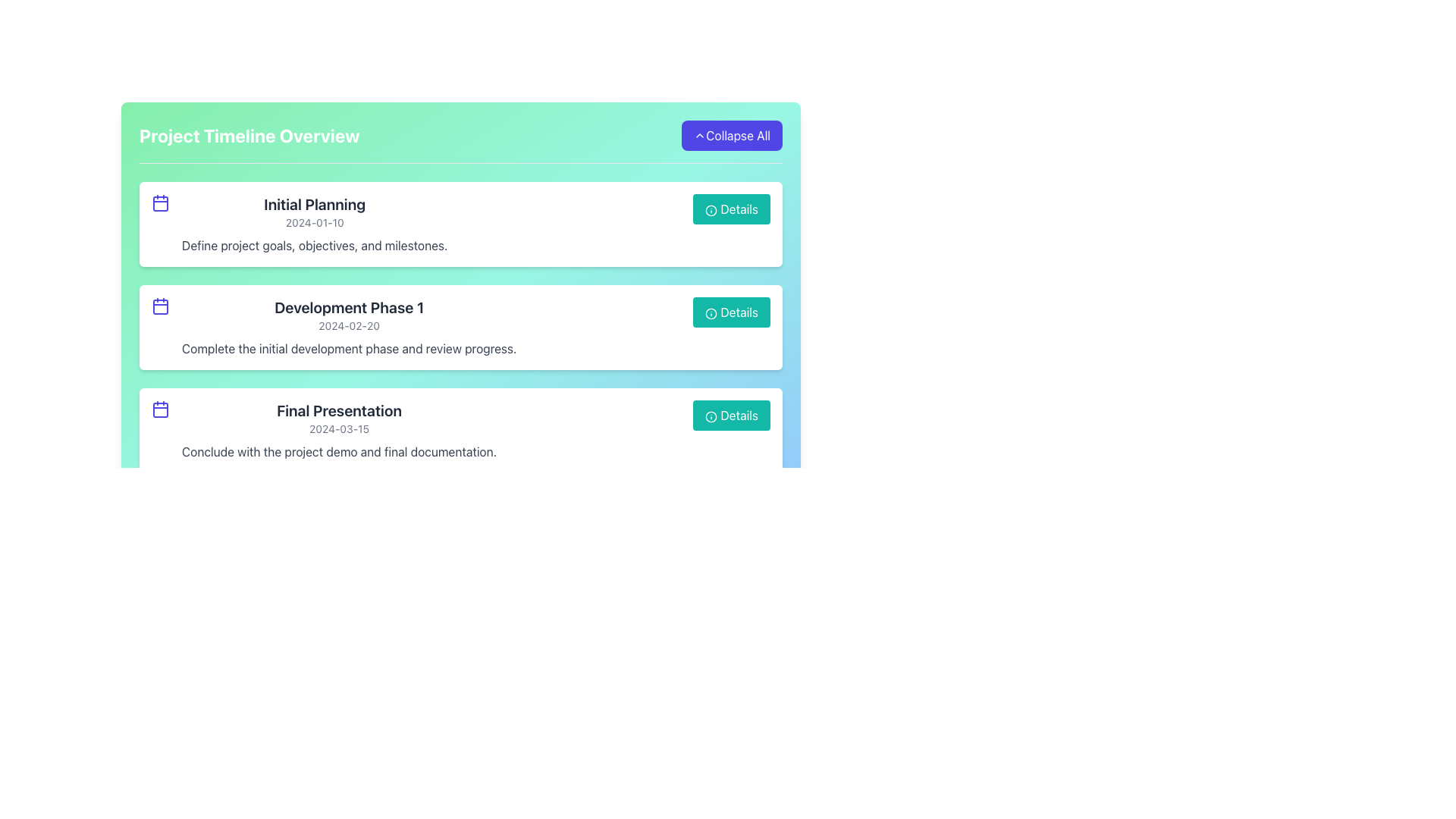 Image resolution: width=1456 pixels, height=819 pixels. What do you see at coordinates (160, 307) in the screenshot?
I see `the inner square of the calendar icon in the 'Development Phase 1' list item` at bounding box center [160, 307].